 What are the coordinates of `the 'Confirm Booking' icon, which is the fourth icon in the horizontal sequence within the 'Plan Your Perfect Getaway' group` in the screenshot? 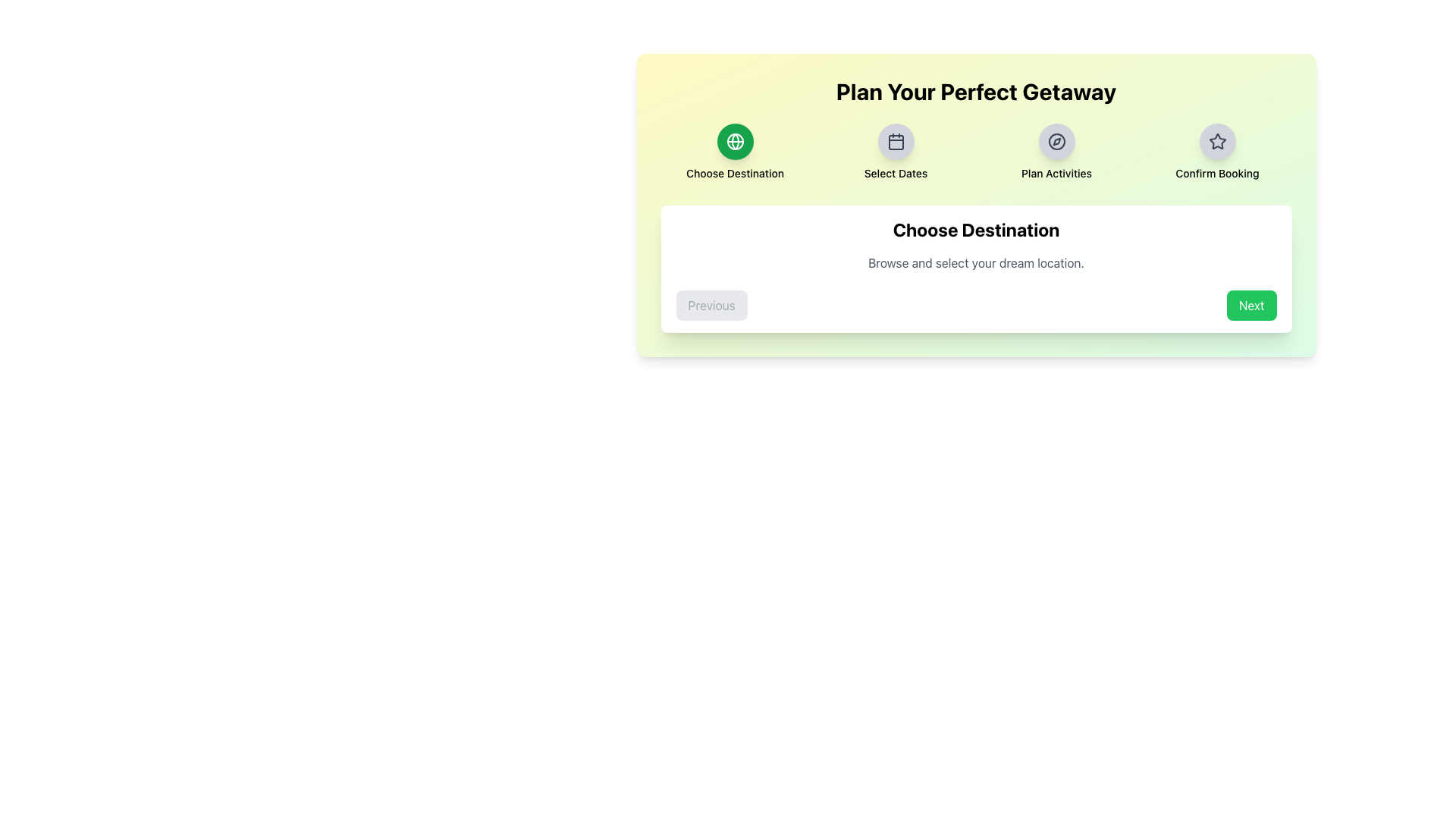 It's located at (1216, 140).